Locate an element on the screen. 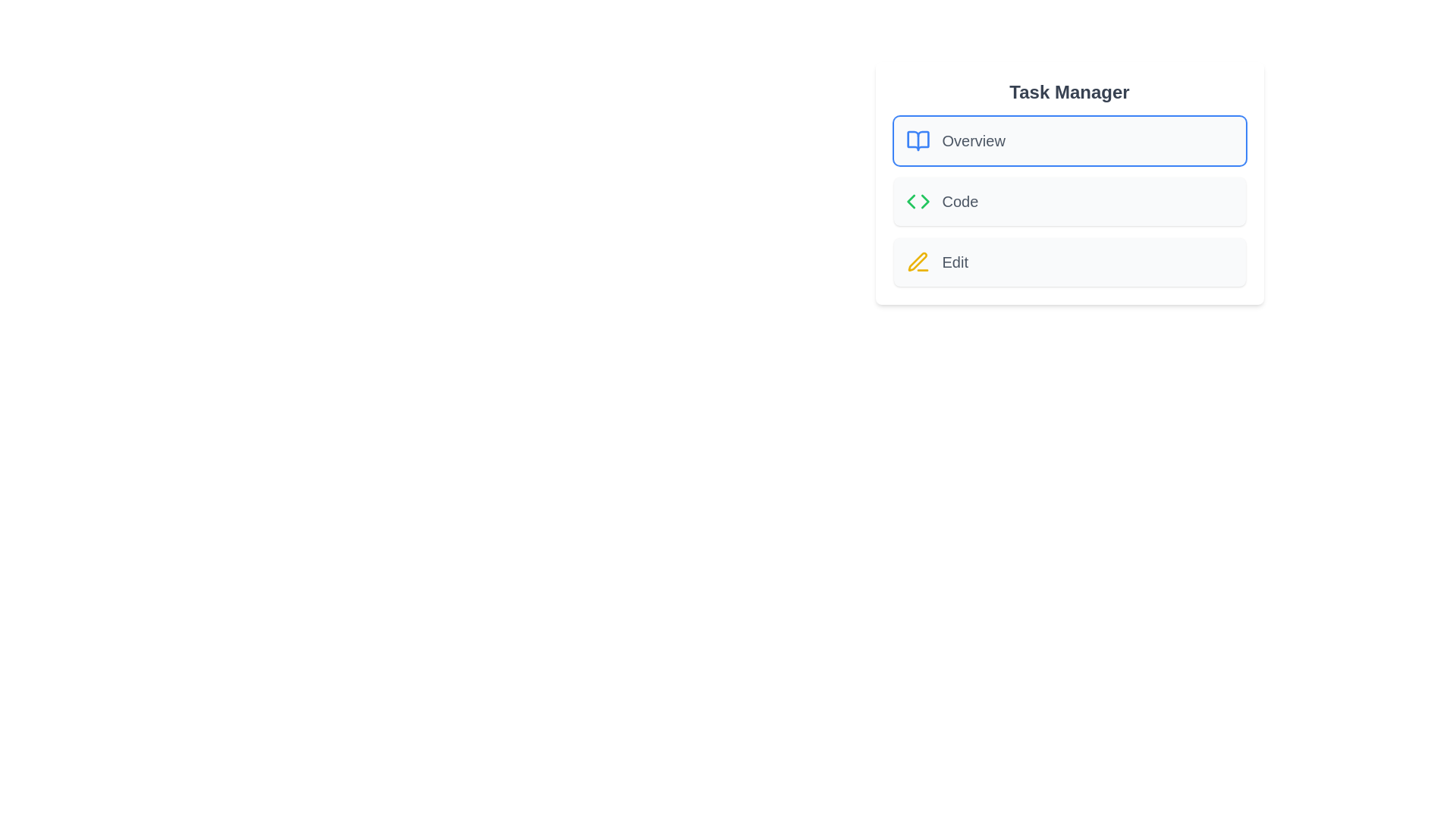 Image resolution: width=1456 pixels, height=819 pixels. the blue-themed open book icon in the 'Overview' section of the menu is located at coordinates (917, 140).